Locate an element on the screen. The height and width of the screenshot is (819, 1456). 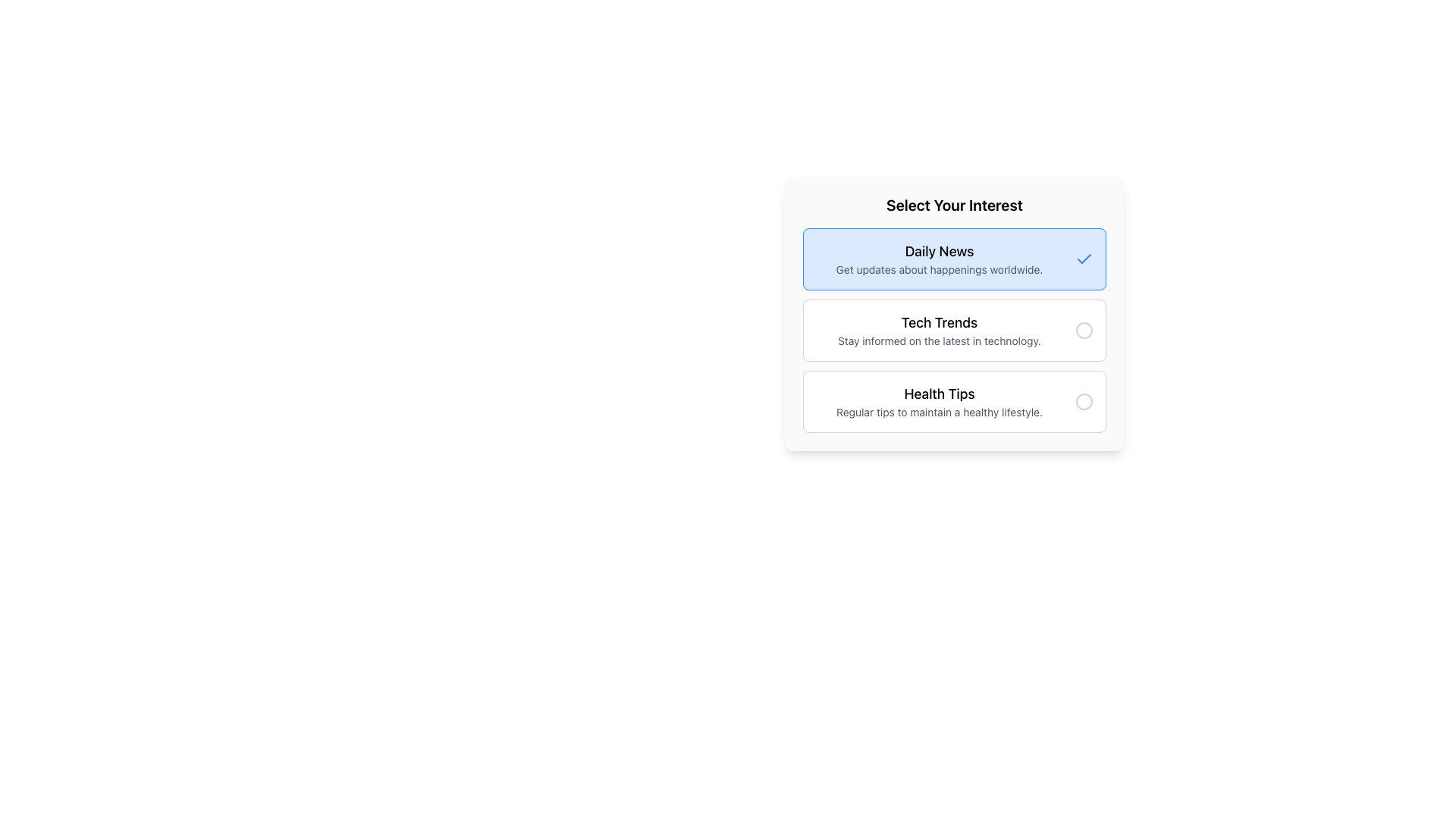
the 'Tech Trends' text block, which features a bold title and a smaller subtitle, located between 'Daily News' and 'Health Tips' is located at coordinates (938, 329).